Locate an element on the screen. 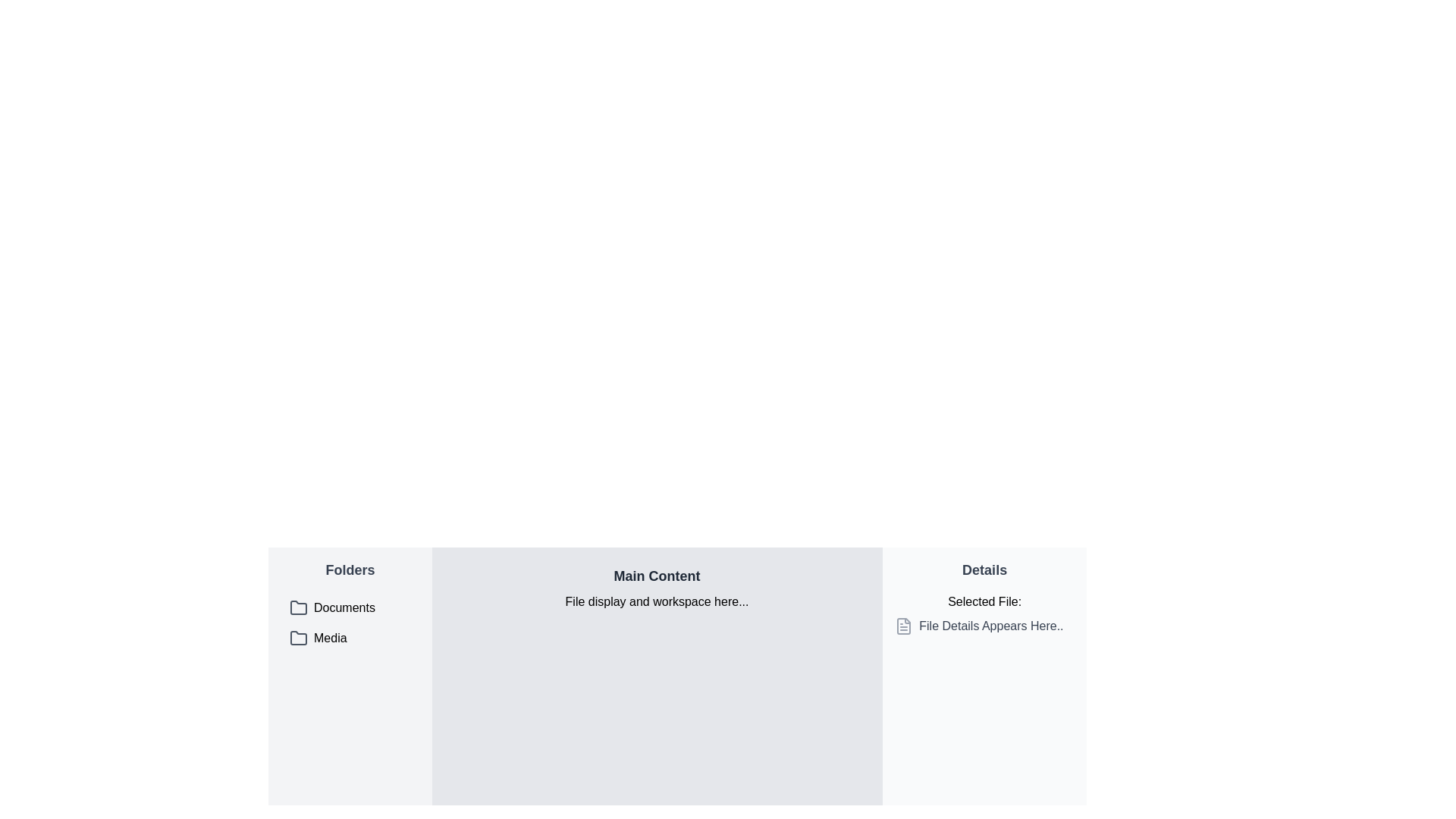  the file document icon located in the 'Details' section, adjacent to 'Selected File:' and above 'File Details Appears Here..' is located at coordinates (904, 626).